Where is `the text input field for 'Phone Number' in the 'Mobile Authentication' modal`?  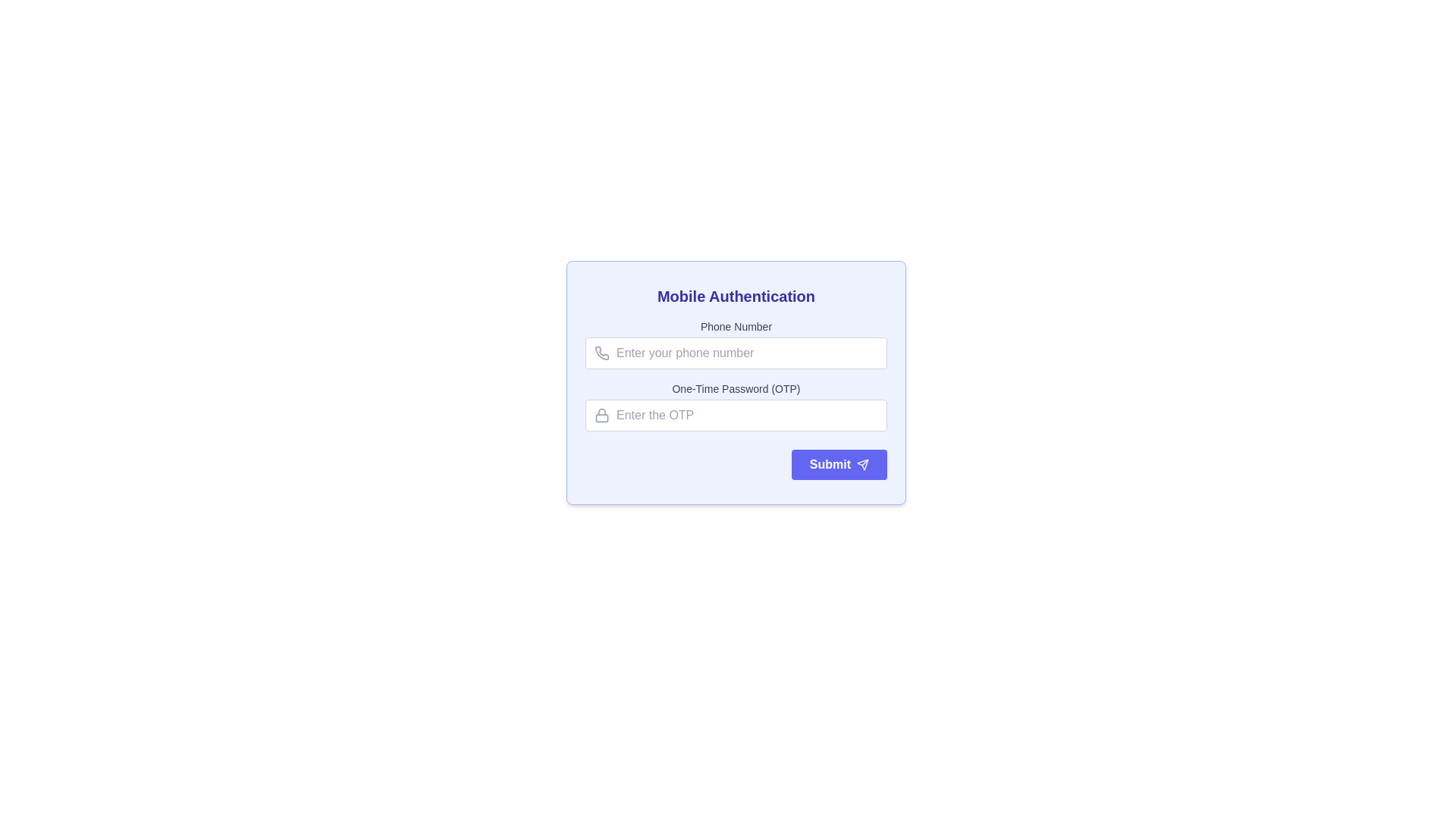 the text input field for 'Phone Number' in the 'Mobile Authentication' modal is located at coordinates (736, 353).